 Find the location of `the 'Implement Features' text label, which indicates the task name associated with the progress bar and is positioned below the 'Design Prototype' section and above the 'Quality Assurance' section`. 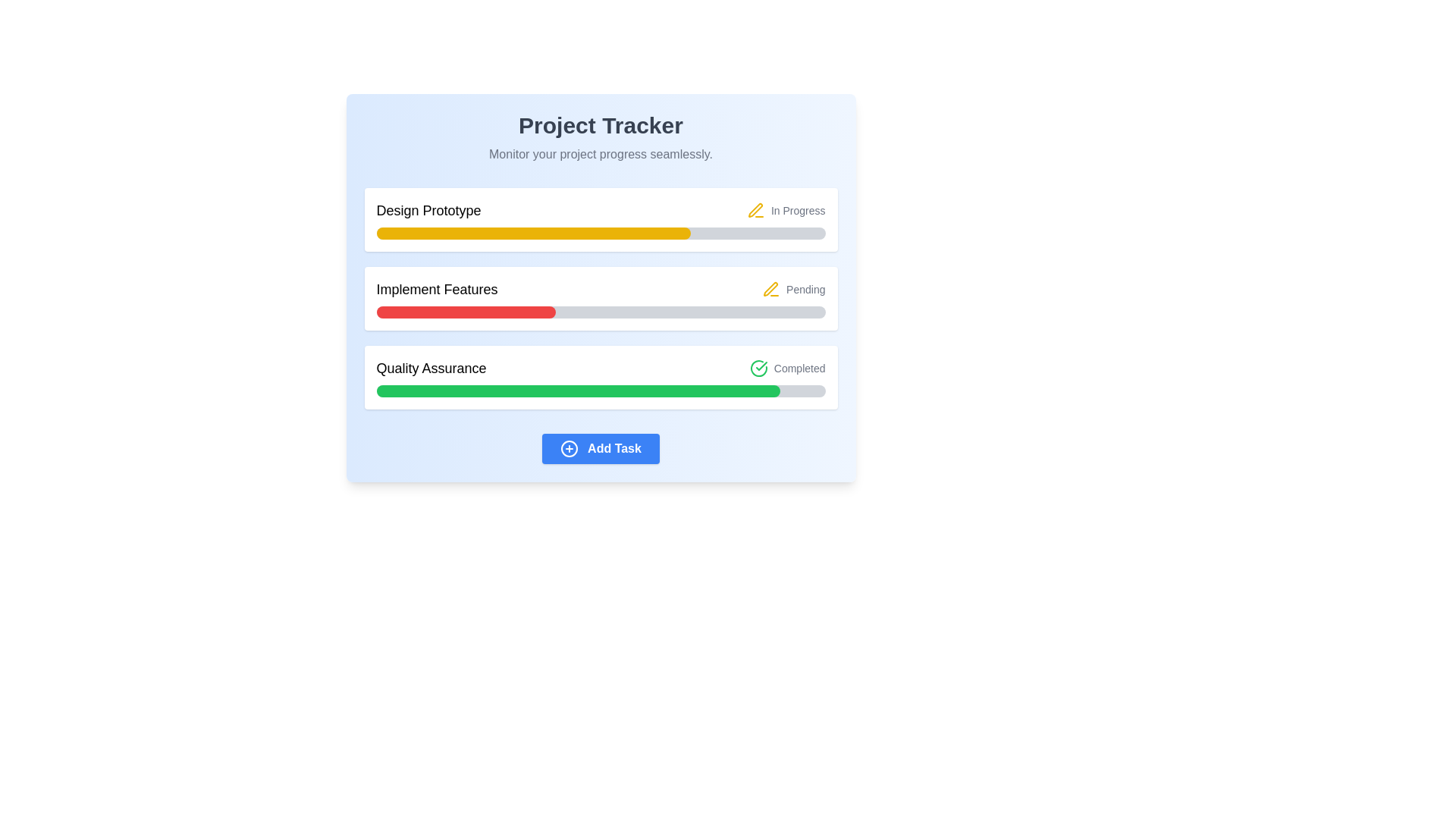

the 'Implement Features' text label, which indicates the task name associated with the progress bar and is positioned below the 'Design Prototype' section and above the 'Quality Assurance' section is located at coordinates (436, 289).